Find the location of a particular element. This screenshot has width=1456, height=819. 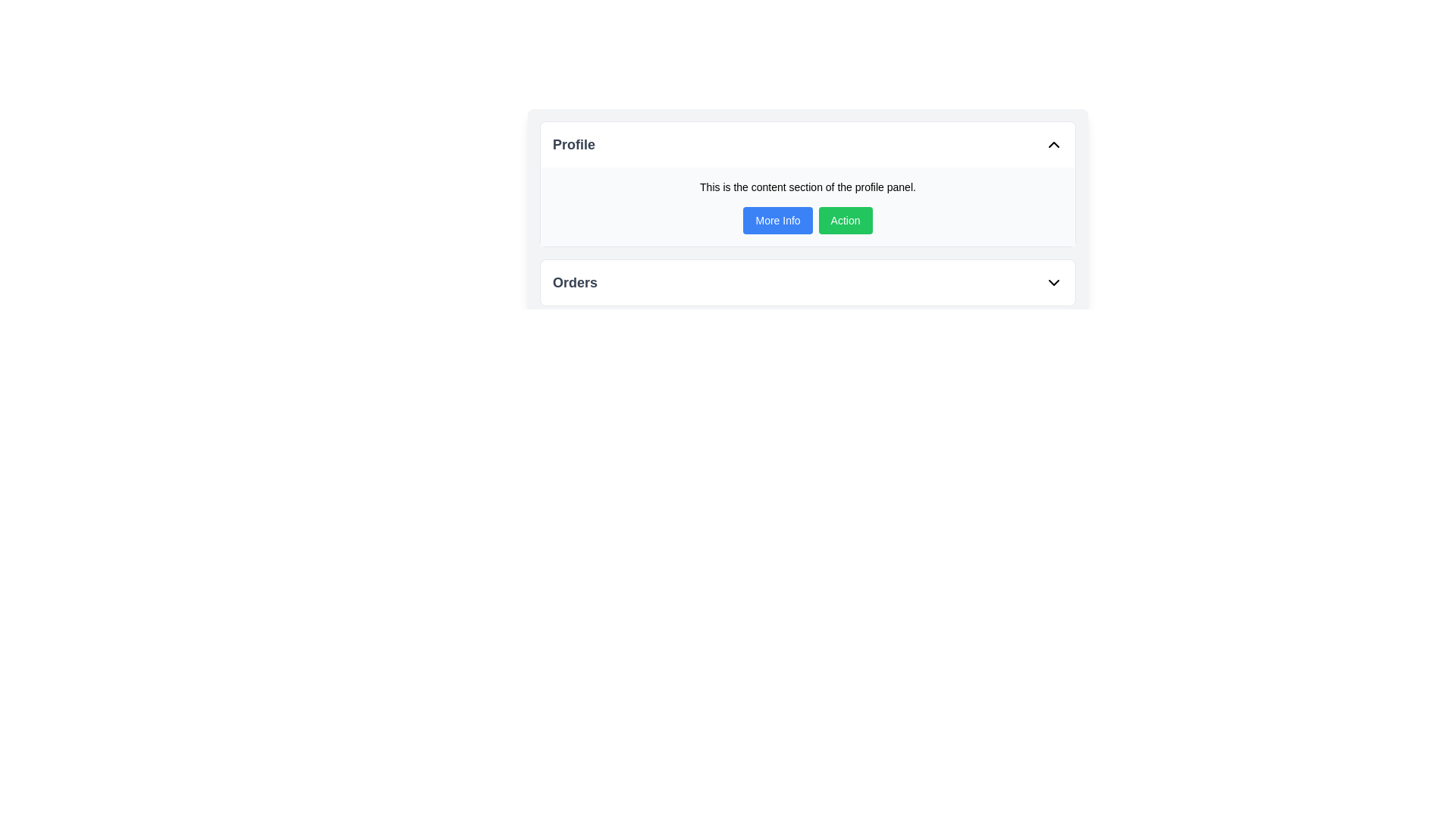

the small upward-pointing black chevron icon located on the far right side of the 'Profile' section header is located at coordinates (1053, 145).